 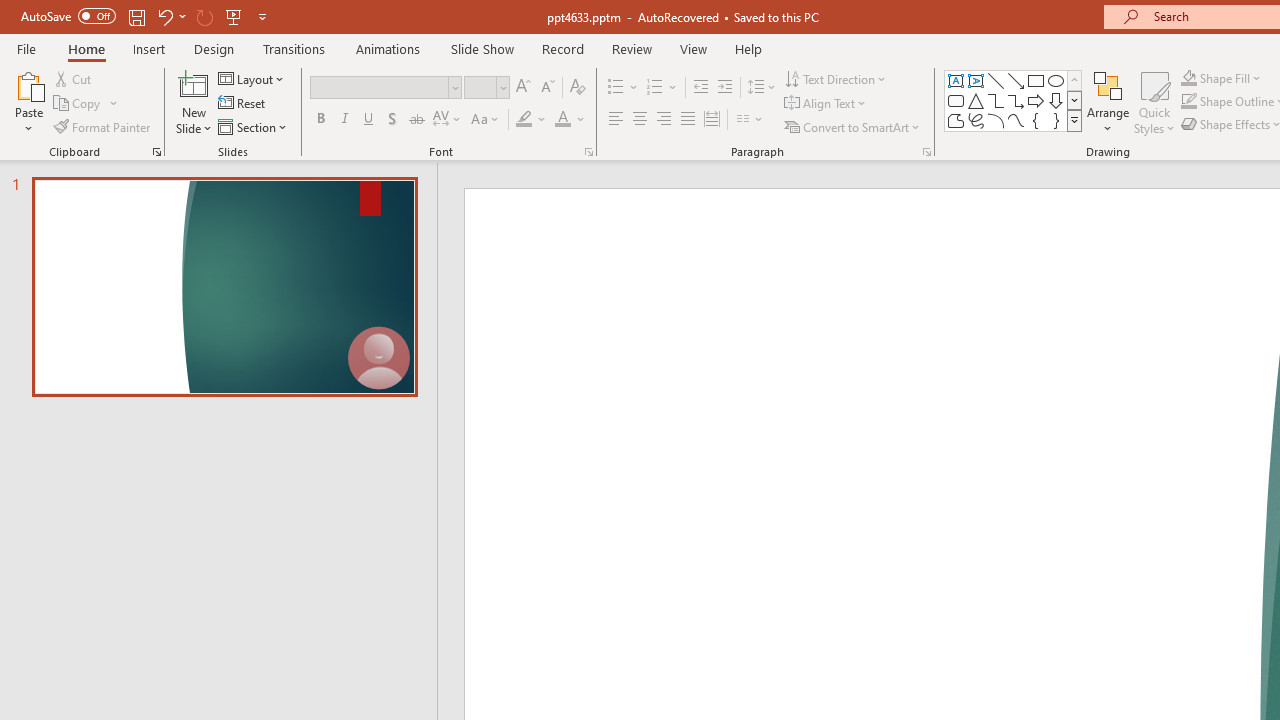 I want to click on 'Decrease Font Size', so click(x=547, y=86).